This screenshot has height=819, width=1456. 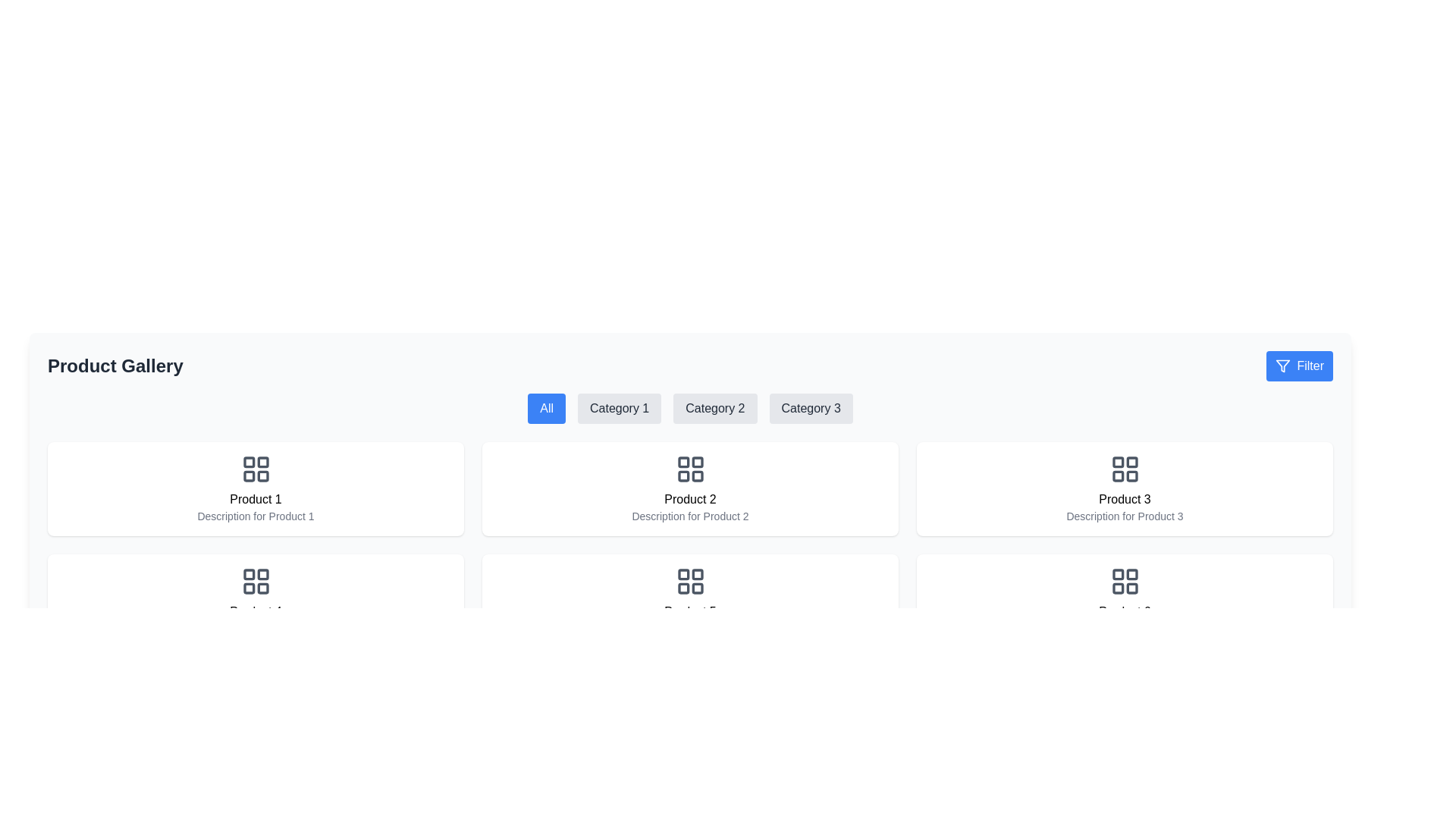 I want to click on the Decorative square icon, which is the first item in the 2x2 grid layout above the text 'Product 1' on the first card in the product gallery, so click(x=249, y=461).